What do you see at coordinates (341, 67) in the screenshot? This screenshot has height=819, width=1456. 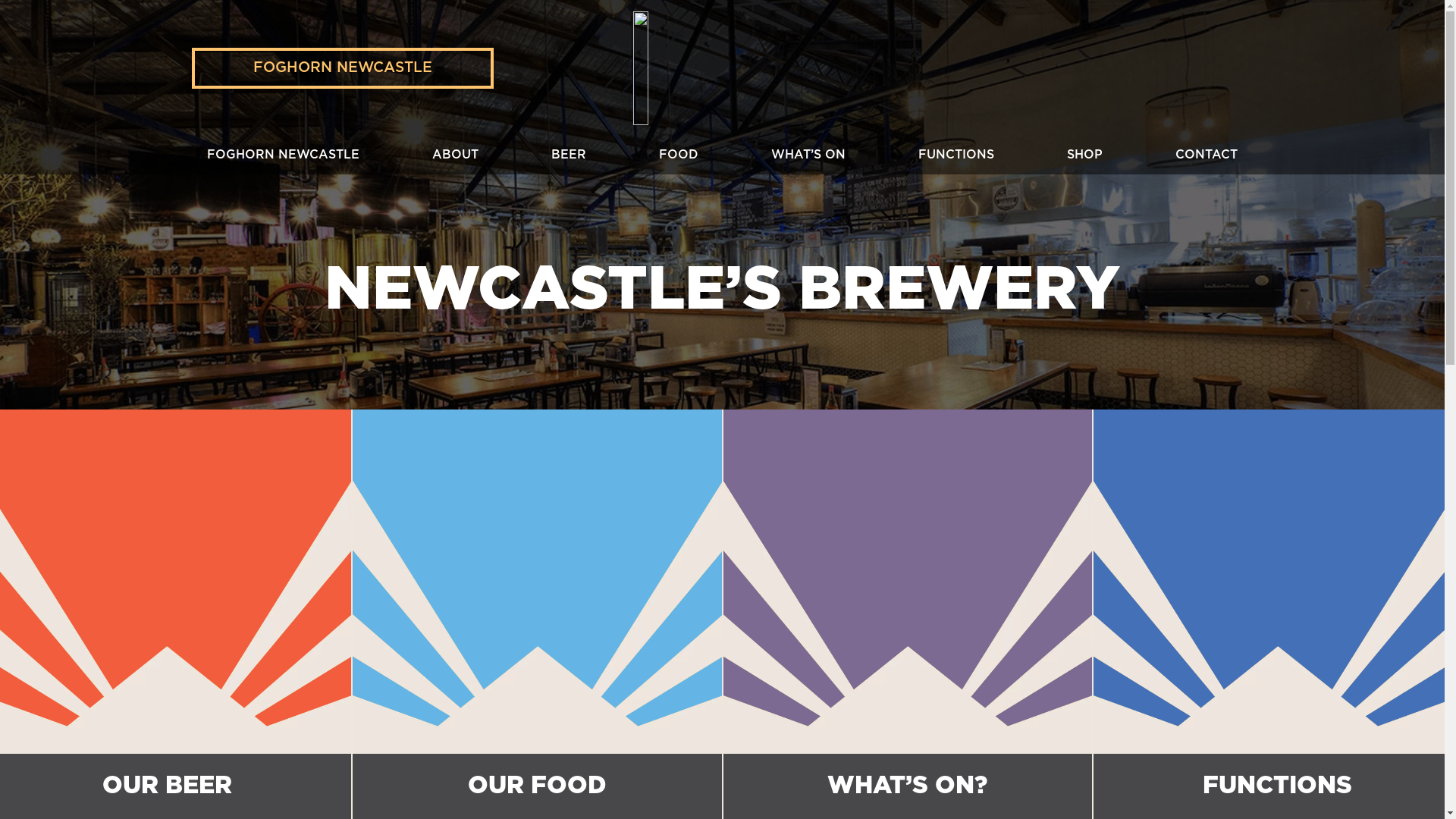 I see `'FOGHORN NEWCASTLE'` at bounding box center [341, 67].